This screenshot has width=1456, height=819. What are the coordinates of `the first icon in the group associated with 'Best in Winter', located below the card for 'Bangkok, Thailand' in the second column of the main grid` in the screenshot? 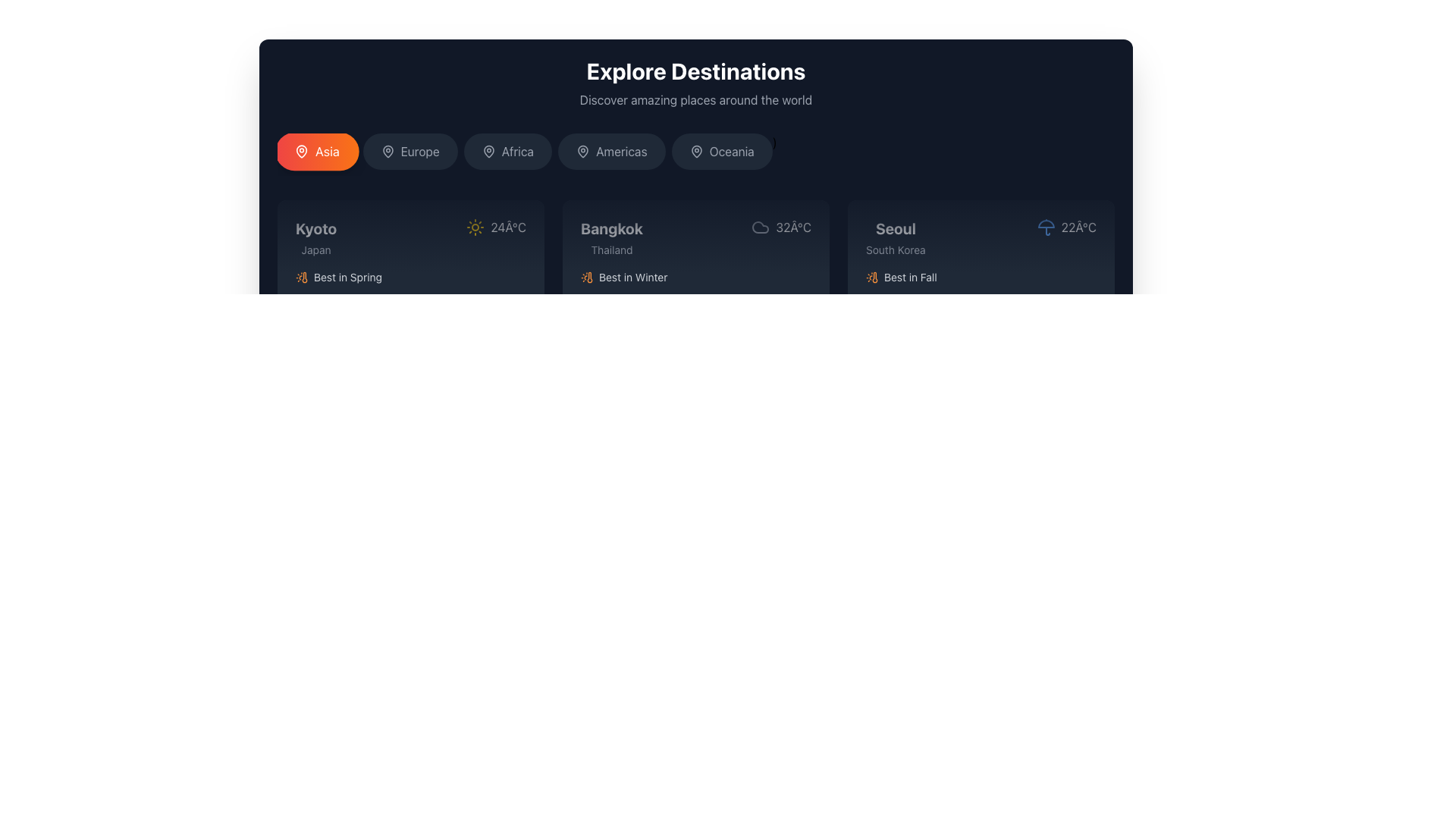 It's located at (585, 278).